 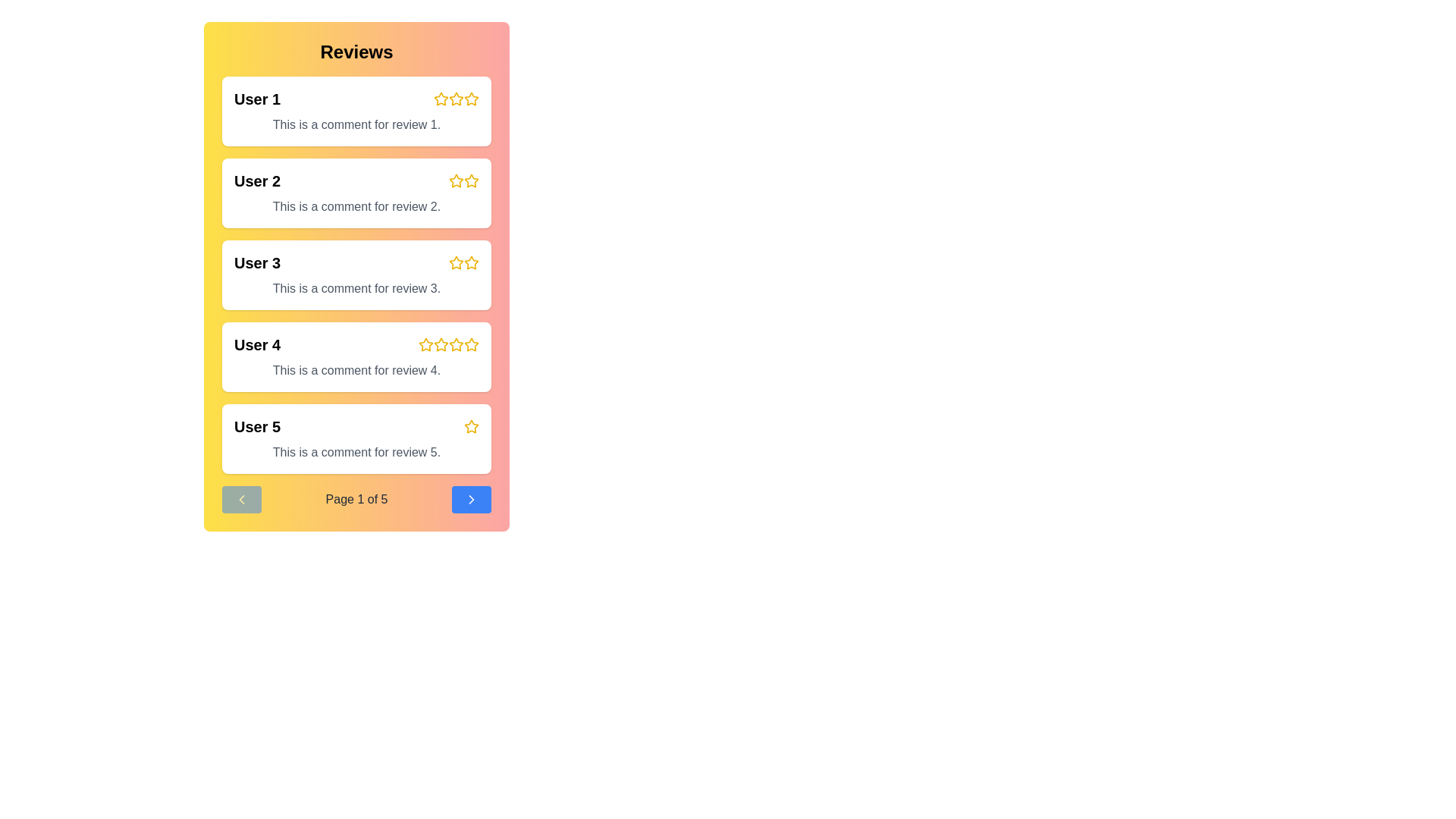 What do you see at coordinates (470, 500) in the screenshot?
I see `the right-facing chevron icon located within the rounded rectangular blue button at the bottom right corner of the layout` at bounding box center [470, 500].